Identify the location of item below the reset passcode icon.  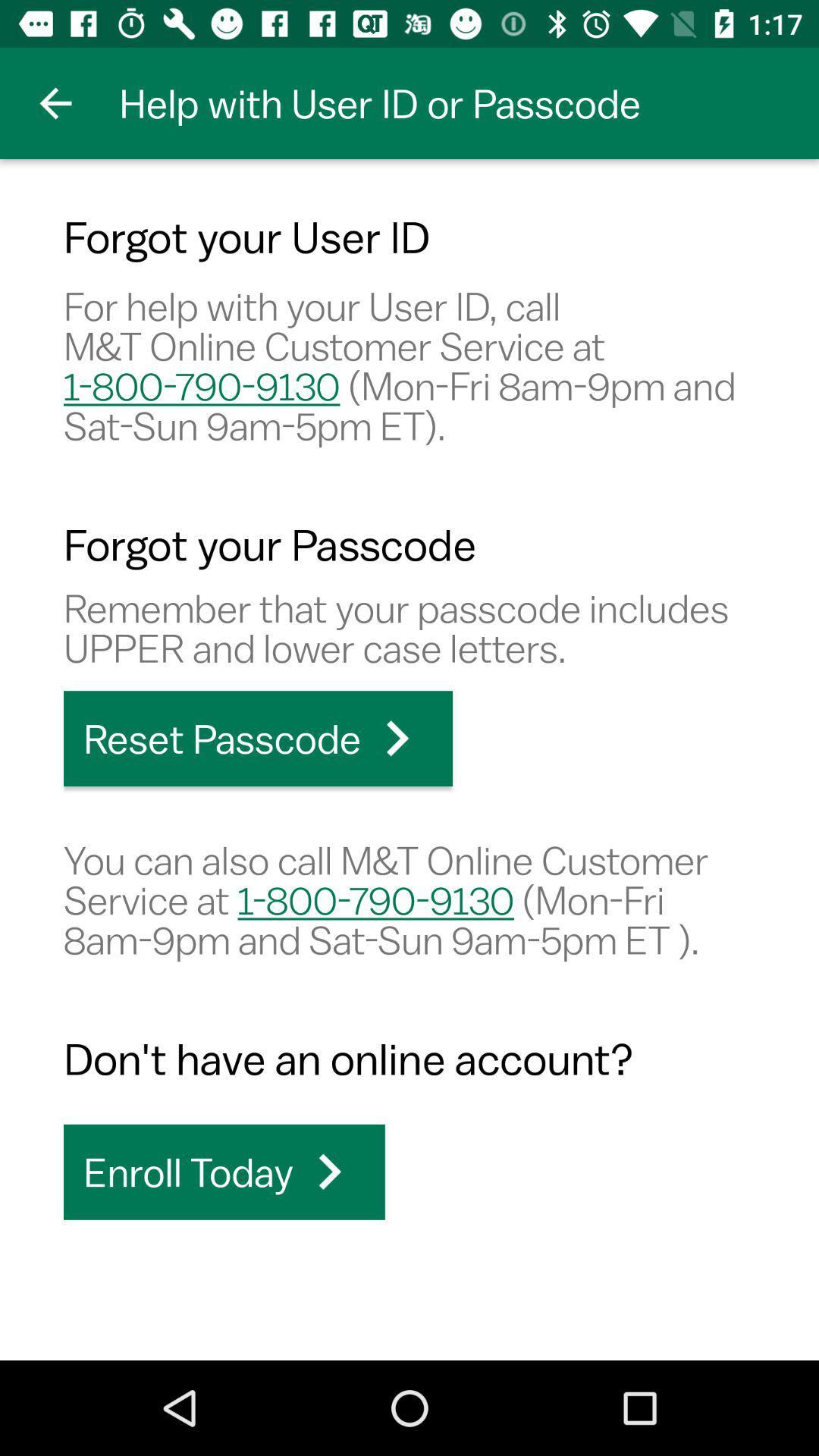
(409, 899).